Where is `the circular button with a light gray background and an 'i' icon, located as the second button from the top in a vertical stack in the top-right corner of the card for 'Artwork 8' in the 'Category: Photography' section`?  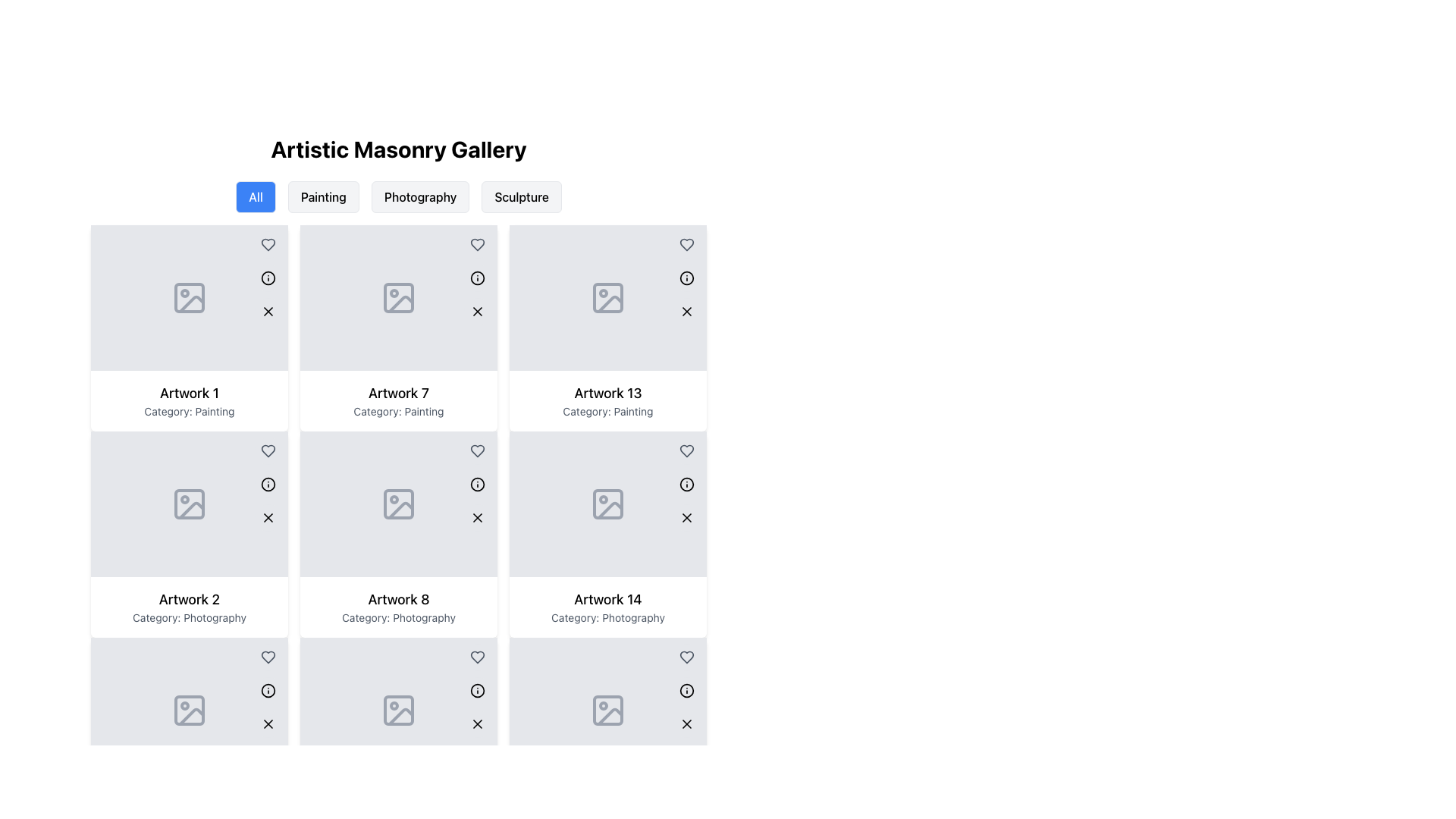
the circular button with a light gray background and an 'i' icon, located as the second button from the top in a vertical stack in the top-right corner of the card for 'Artwork 8' in the 'Category: Photography' section is located at coordinates (476, 690).